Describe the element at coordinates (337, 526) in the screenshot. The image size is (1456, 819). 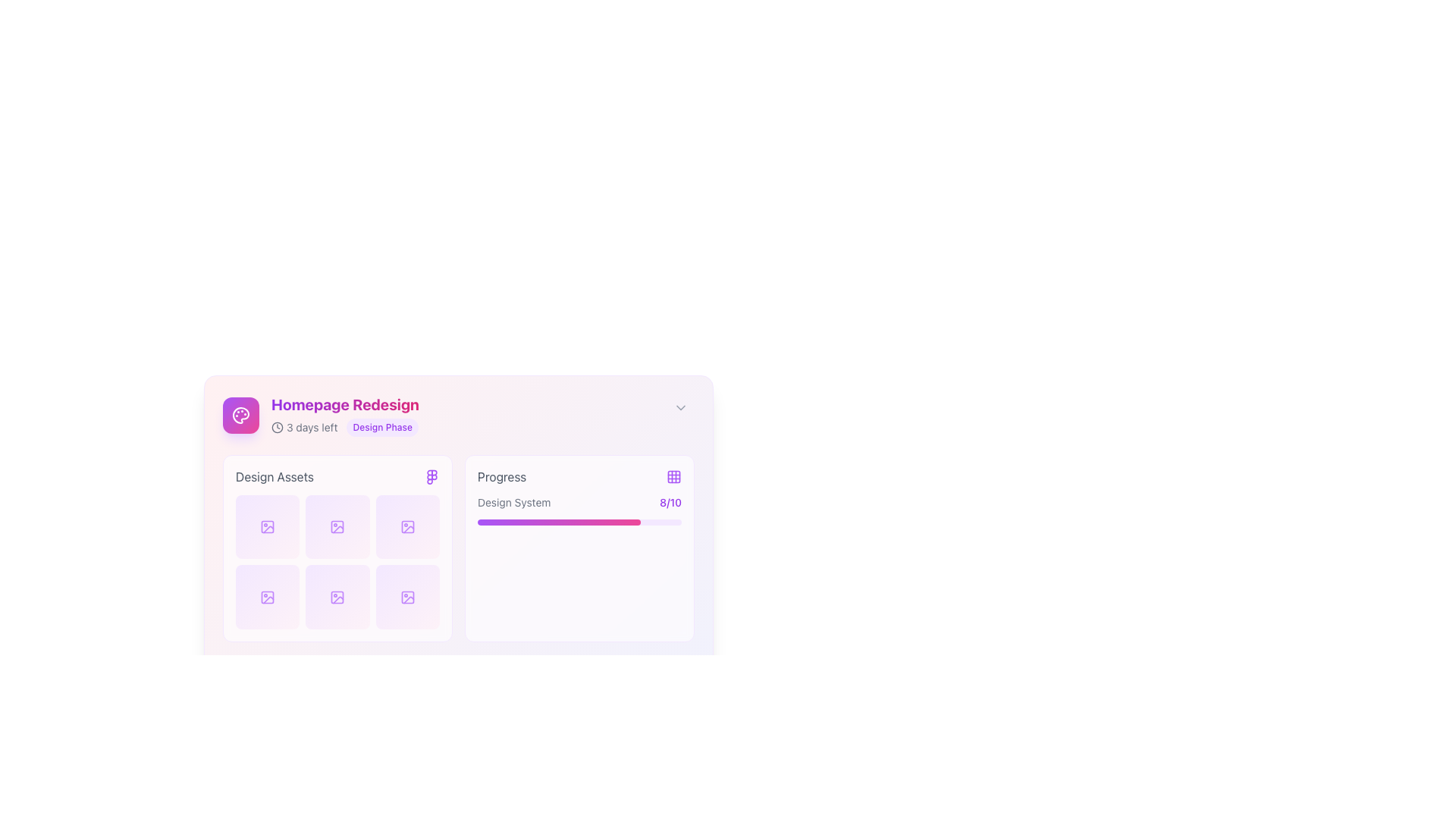
I see `the purple landscape icon with a circular mark` at that location.